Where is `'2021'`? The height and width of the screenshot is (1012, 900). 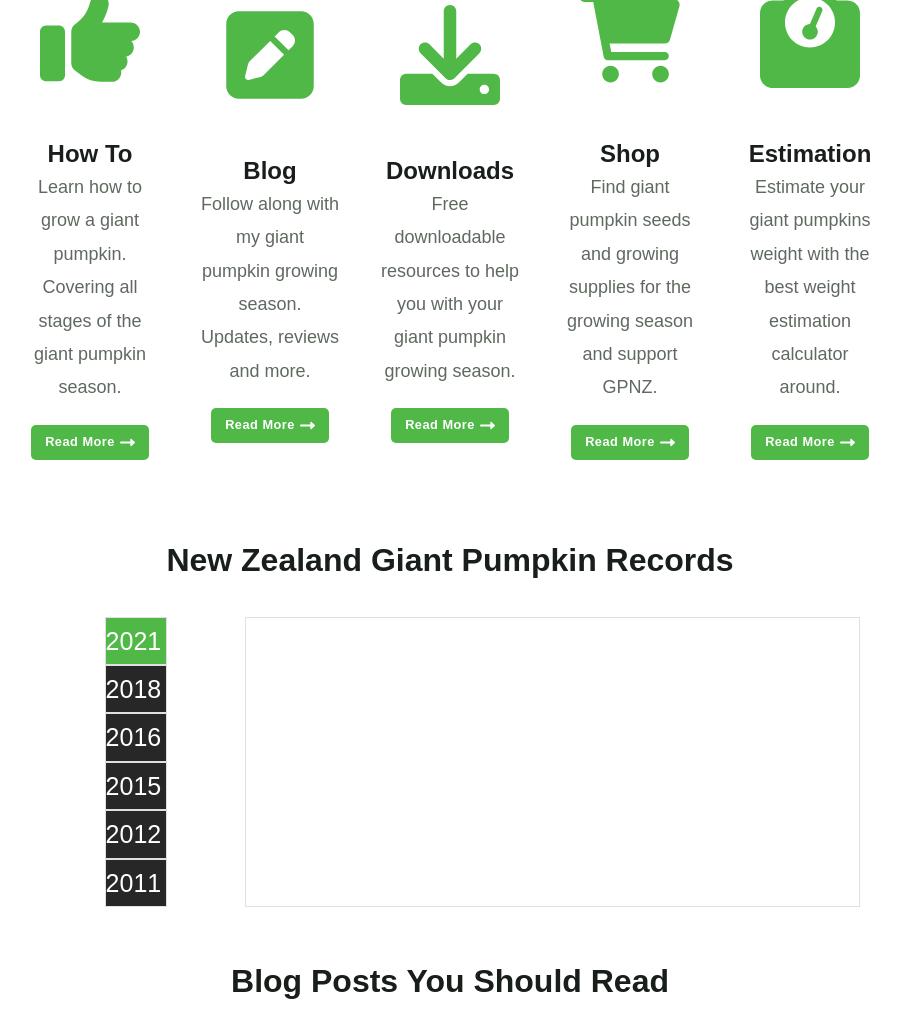
'2021' is located at coordinates (133, 639).